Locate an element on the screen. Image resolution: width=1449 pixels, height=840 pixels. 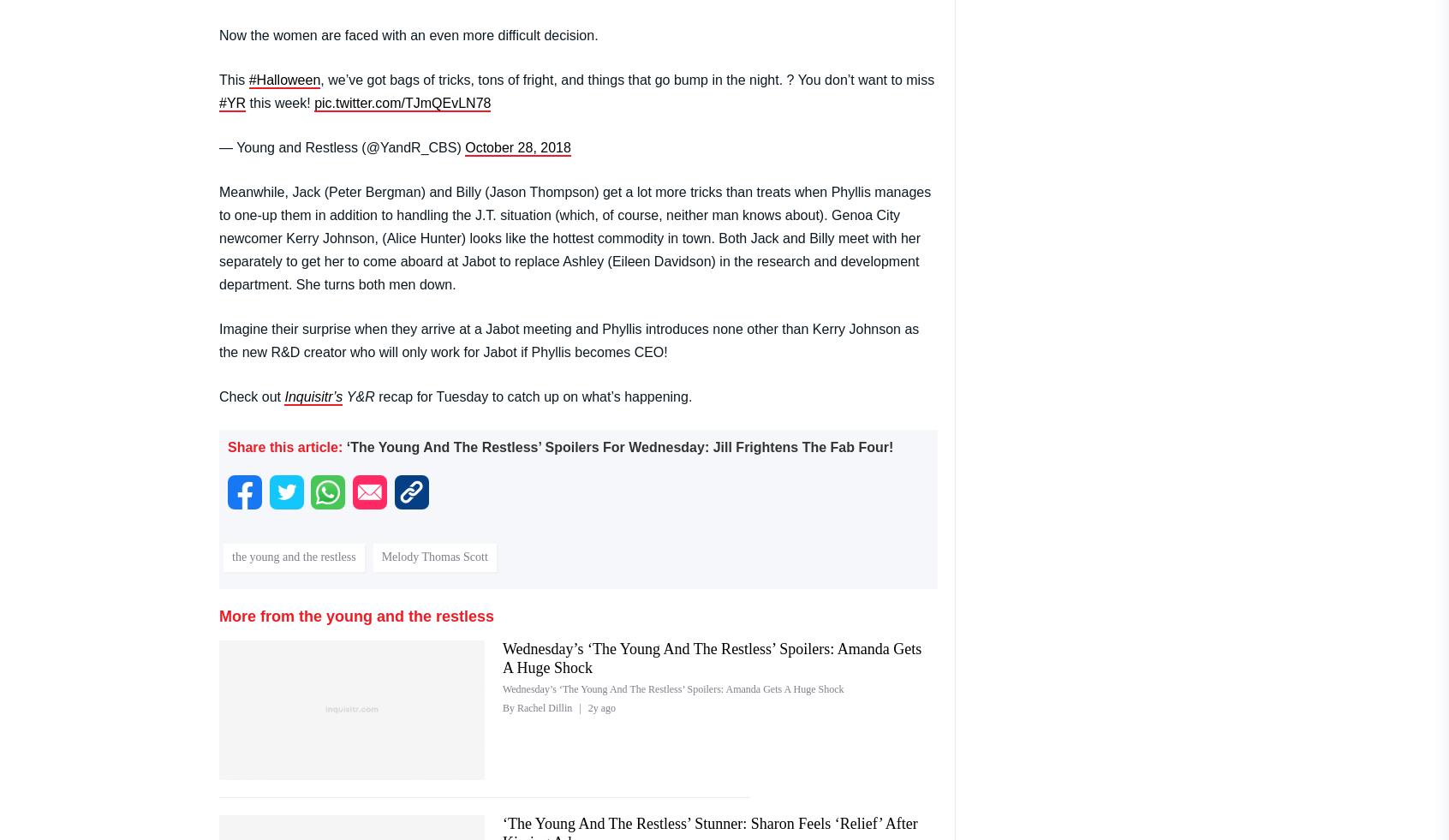
'the young and the restless' is located at coordinates (292, 556).